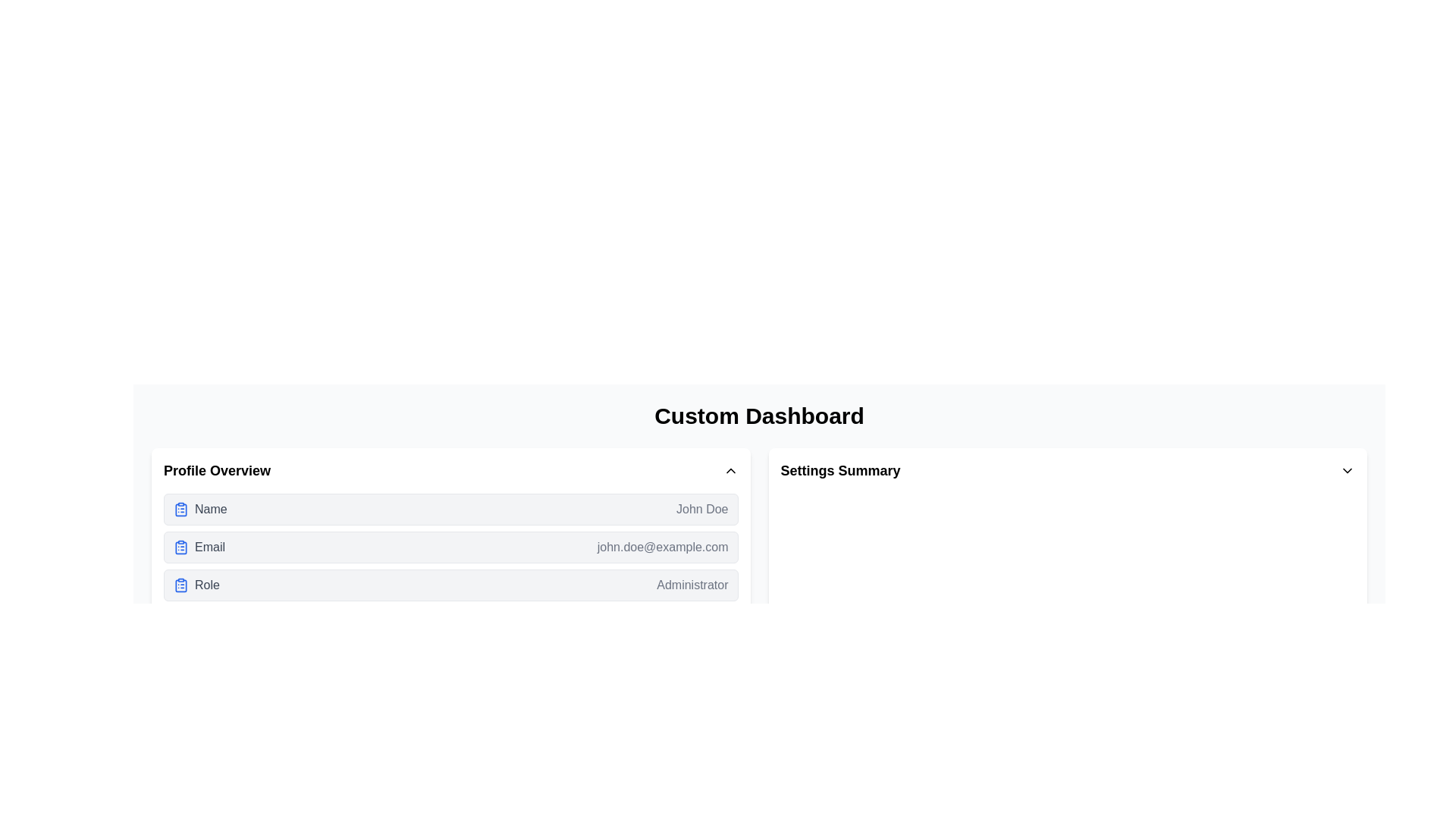 The image size is (1456, 819). I want to click on the 'Name' label with an icon located in the 'Profile Overview' section, positioned above the 'Email' and 'Role' entries, so click(199, 509).